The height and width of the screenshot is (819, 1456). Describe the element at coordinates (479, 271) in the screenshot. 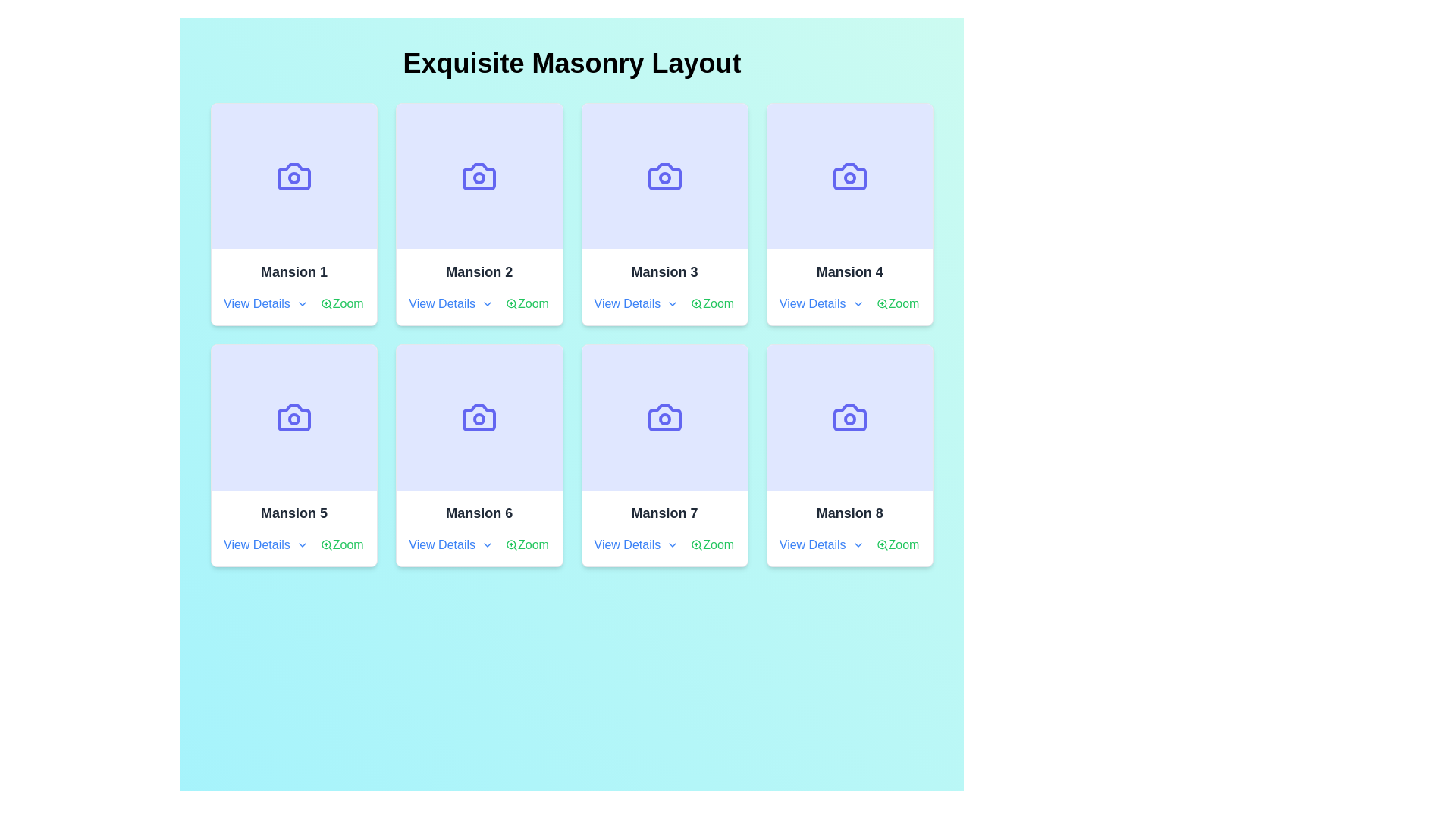

I see `text label displaying 'Mansion 2' which is centrally aligned in the second card of the grid layout` at that location.